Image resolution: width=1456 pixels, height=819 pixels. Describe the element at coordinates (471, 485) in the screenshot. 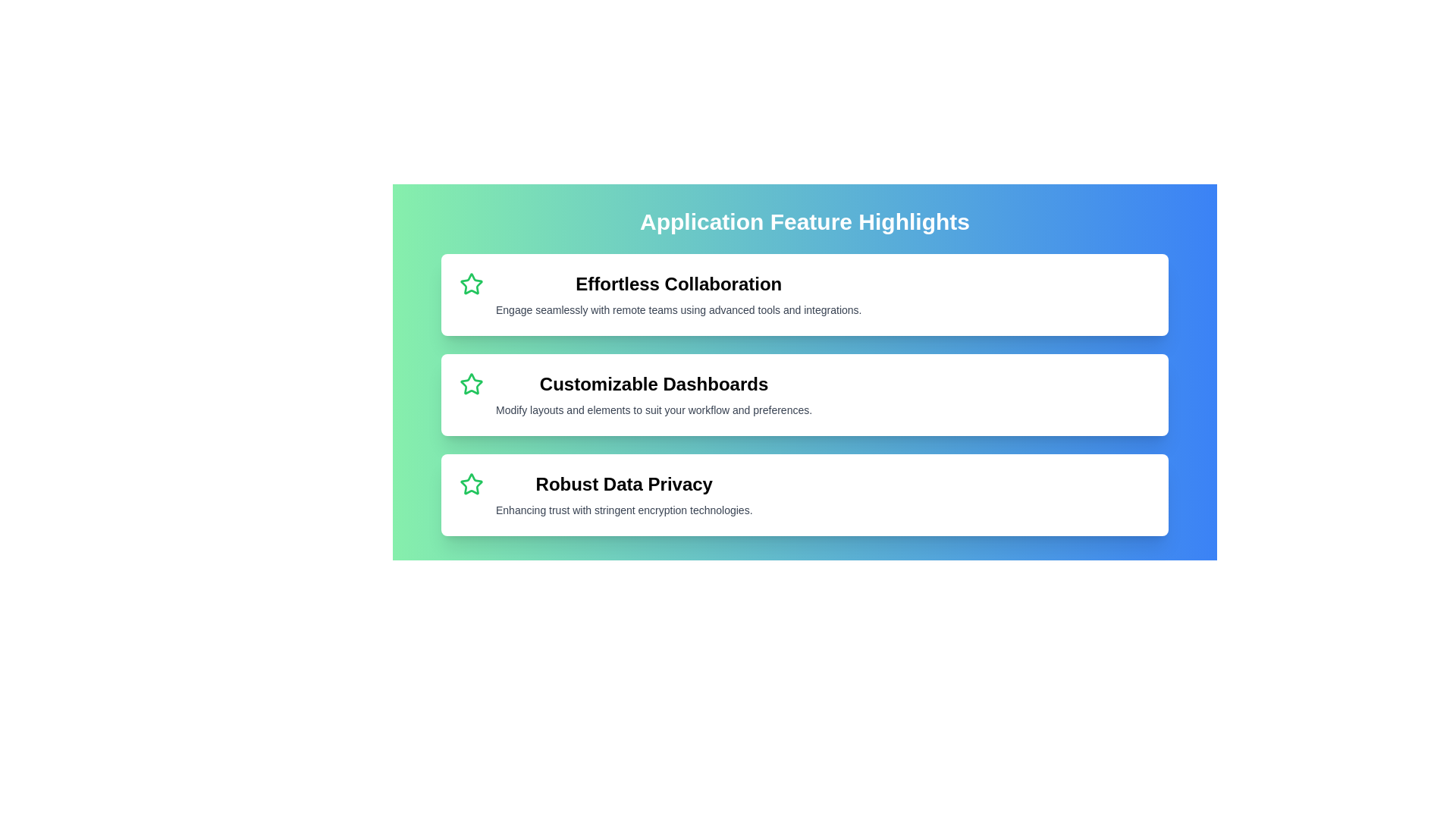

I see `the data privacy icon located at the top-left corner of the 'Robust Data Privacy' card to interact with the card` at that location.